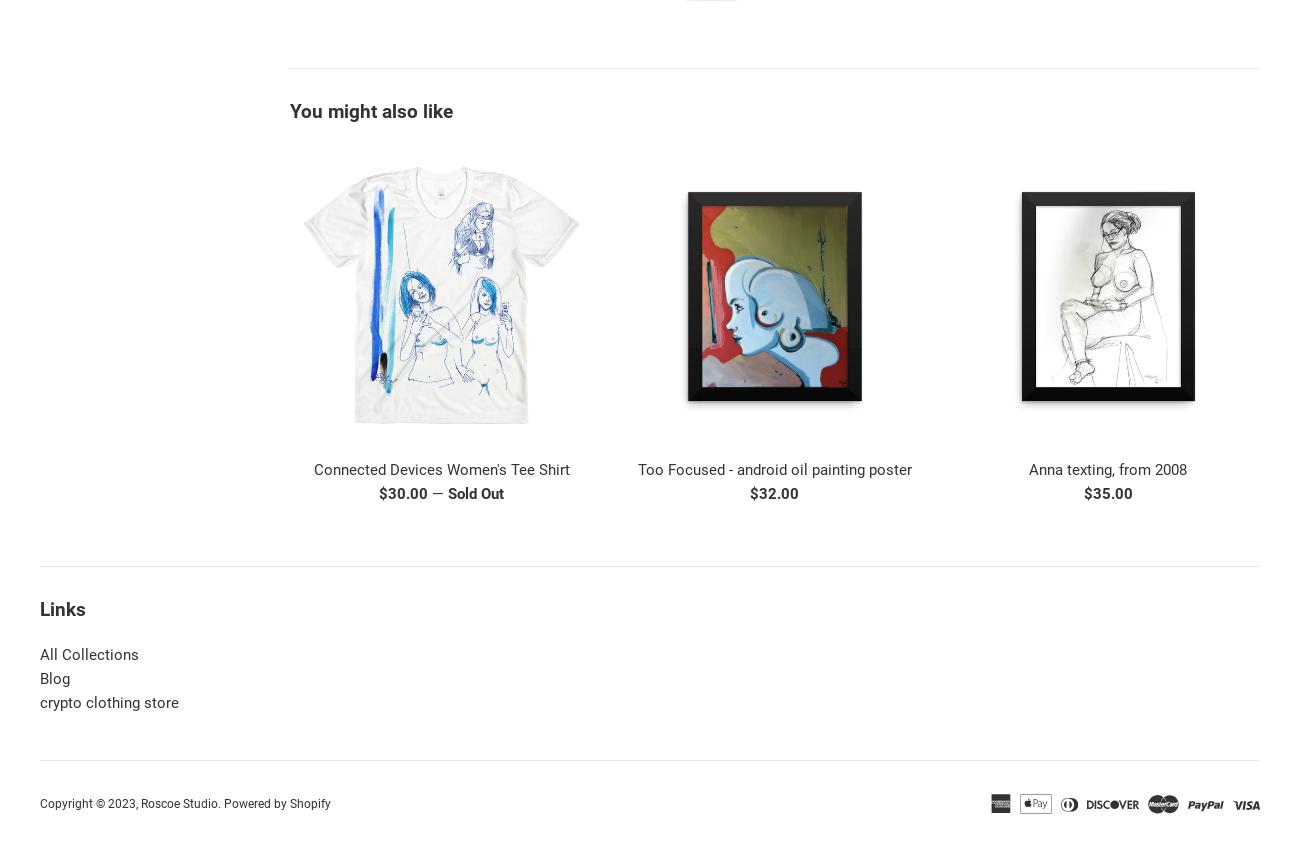 Image resolution: width=1300 pixels, height=845 pixels. Describe the element at coordinates (1106, 493) in the screenshot. I see `'$35.00'` at that location.